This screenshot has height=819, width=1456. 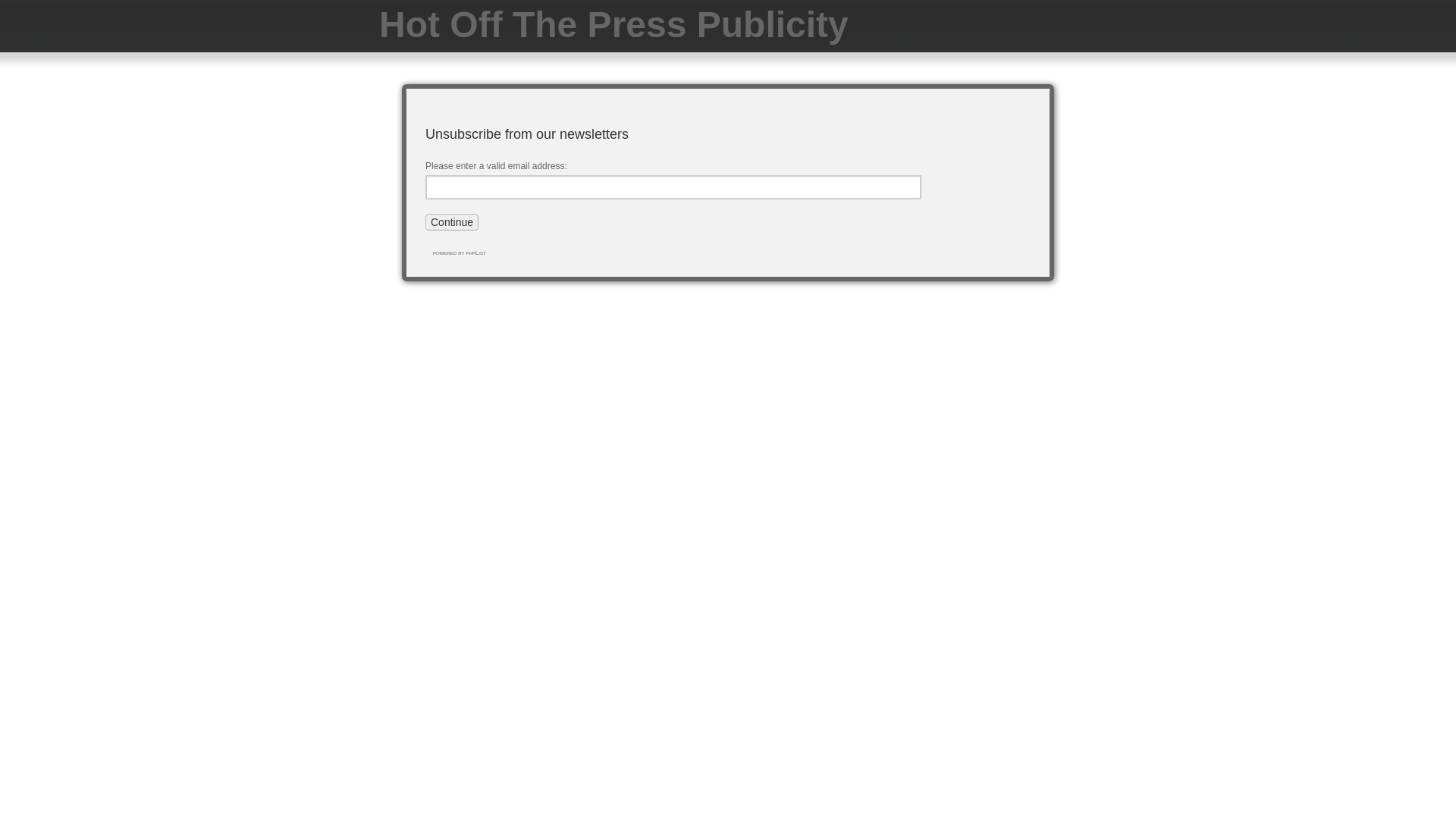 What do you see at coordinates (465, 252) in the screenshot?
I see `'phpList'` at bounding box center [465, 252].